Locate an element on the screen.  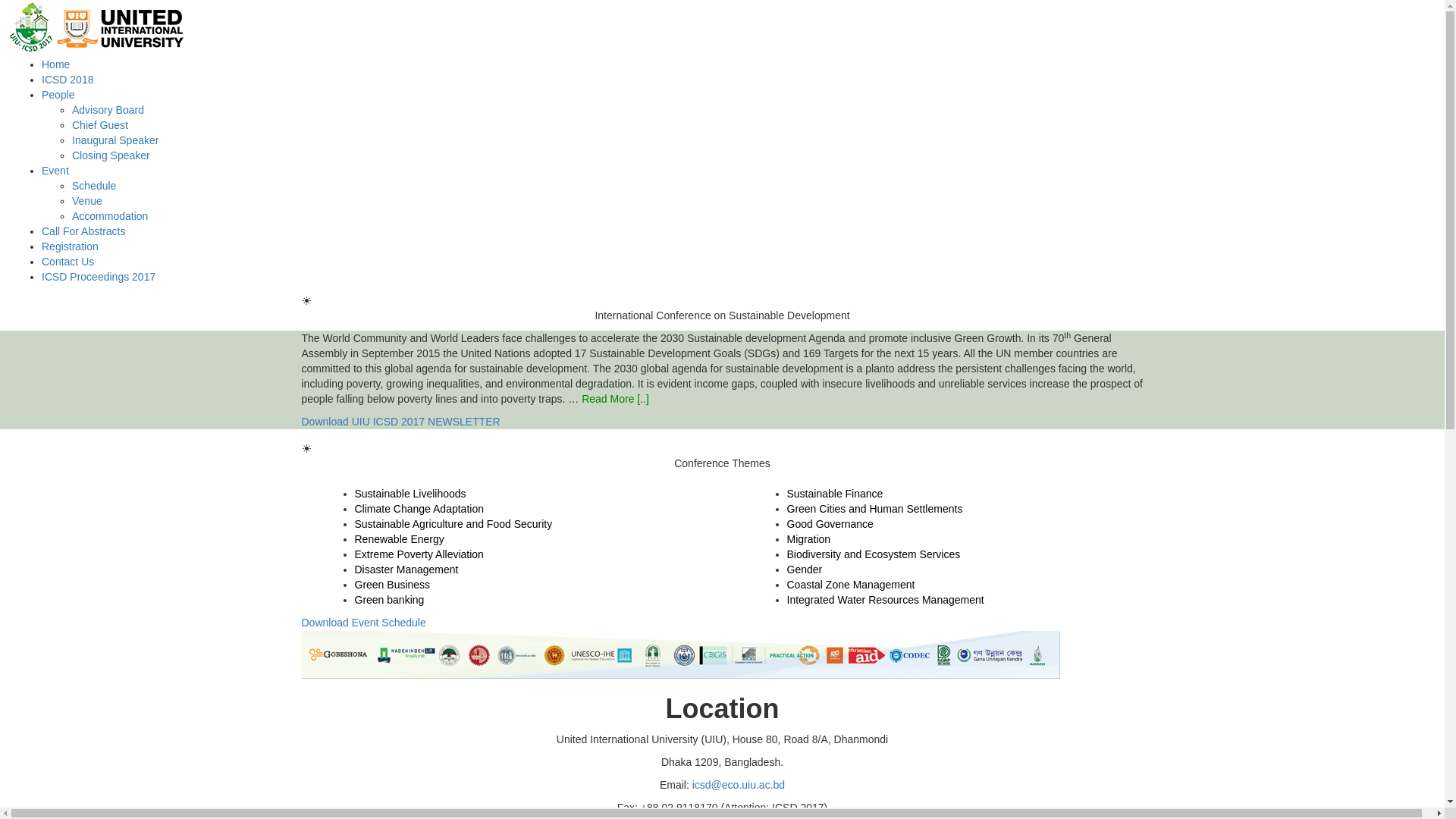
'People' is located at coordinates (58, 94).